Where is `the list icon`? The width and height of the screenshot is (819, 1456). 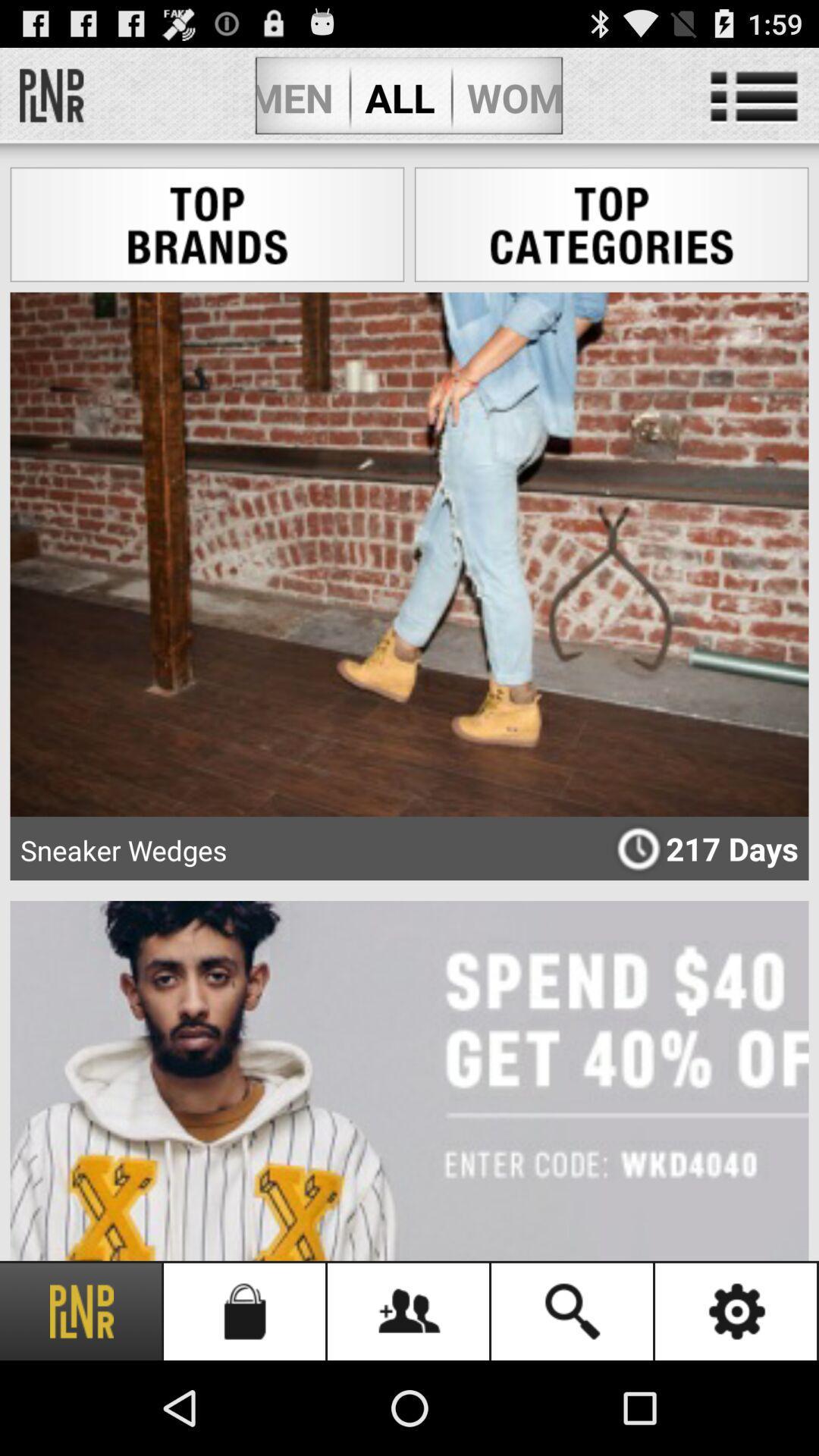
the list icon is located at coordinates (754, 103).